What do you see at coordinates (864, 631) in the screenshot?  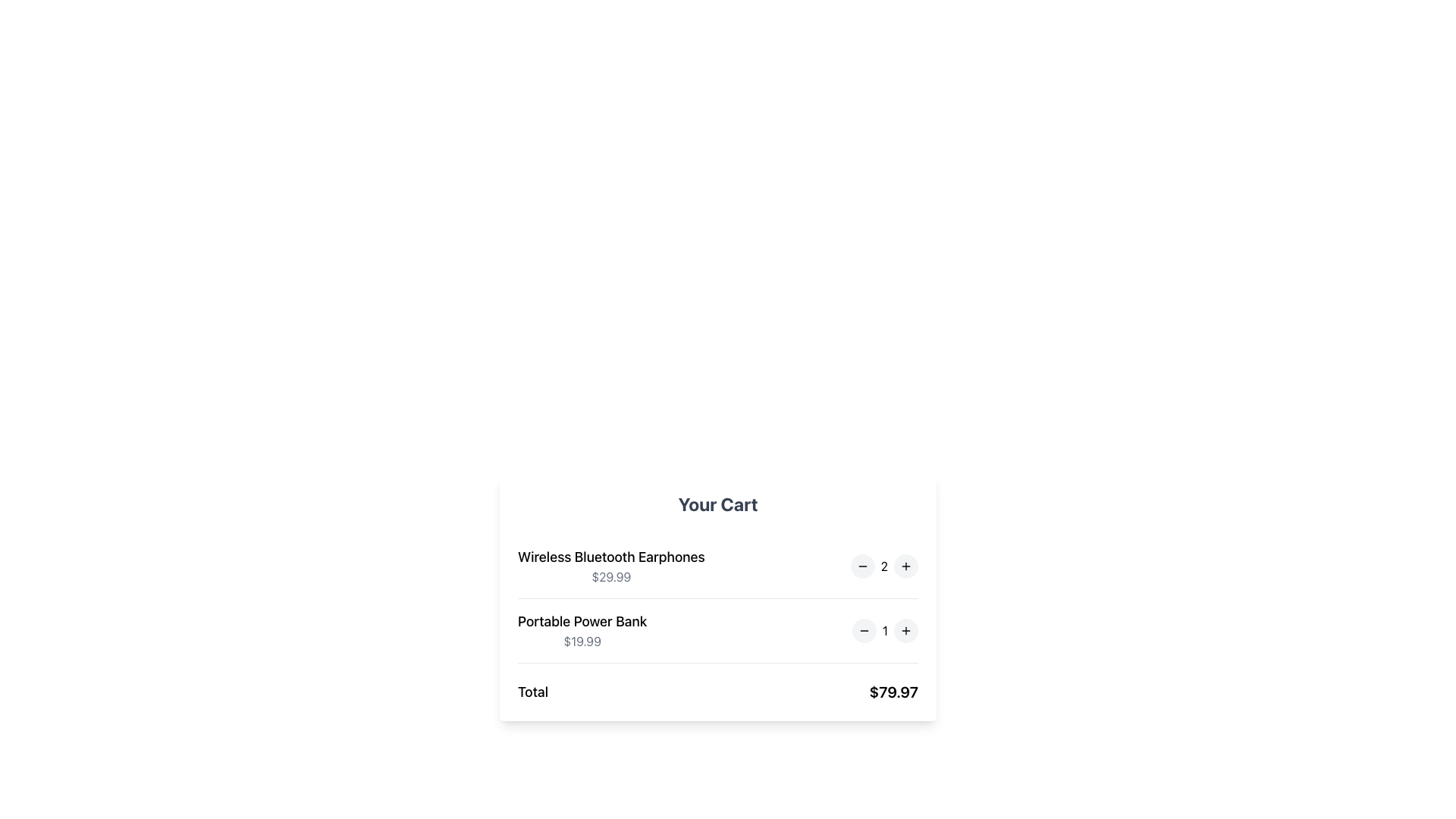 I see `the circular button with a light gray background and a black horizontal line icon to decrease the item count in the cart` at bounding box center [864, 631].